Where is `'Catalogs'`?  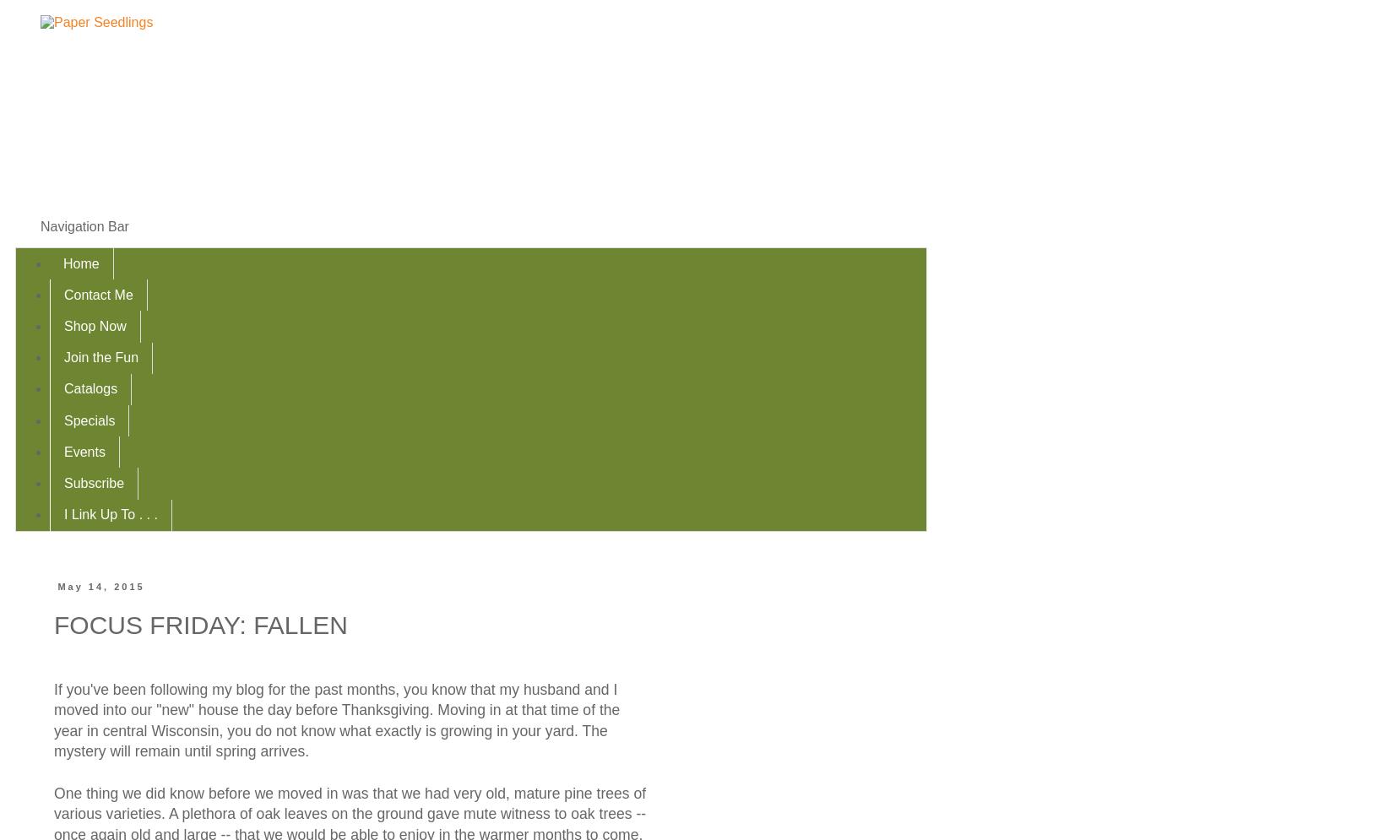 'Catalogs' is located at coordinates (90, 388).